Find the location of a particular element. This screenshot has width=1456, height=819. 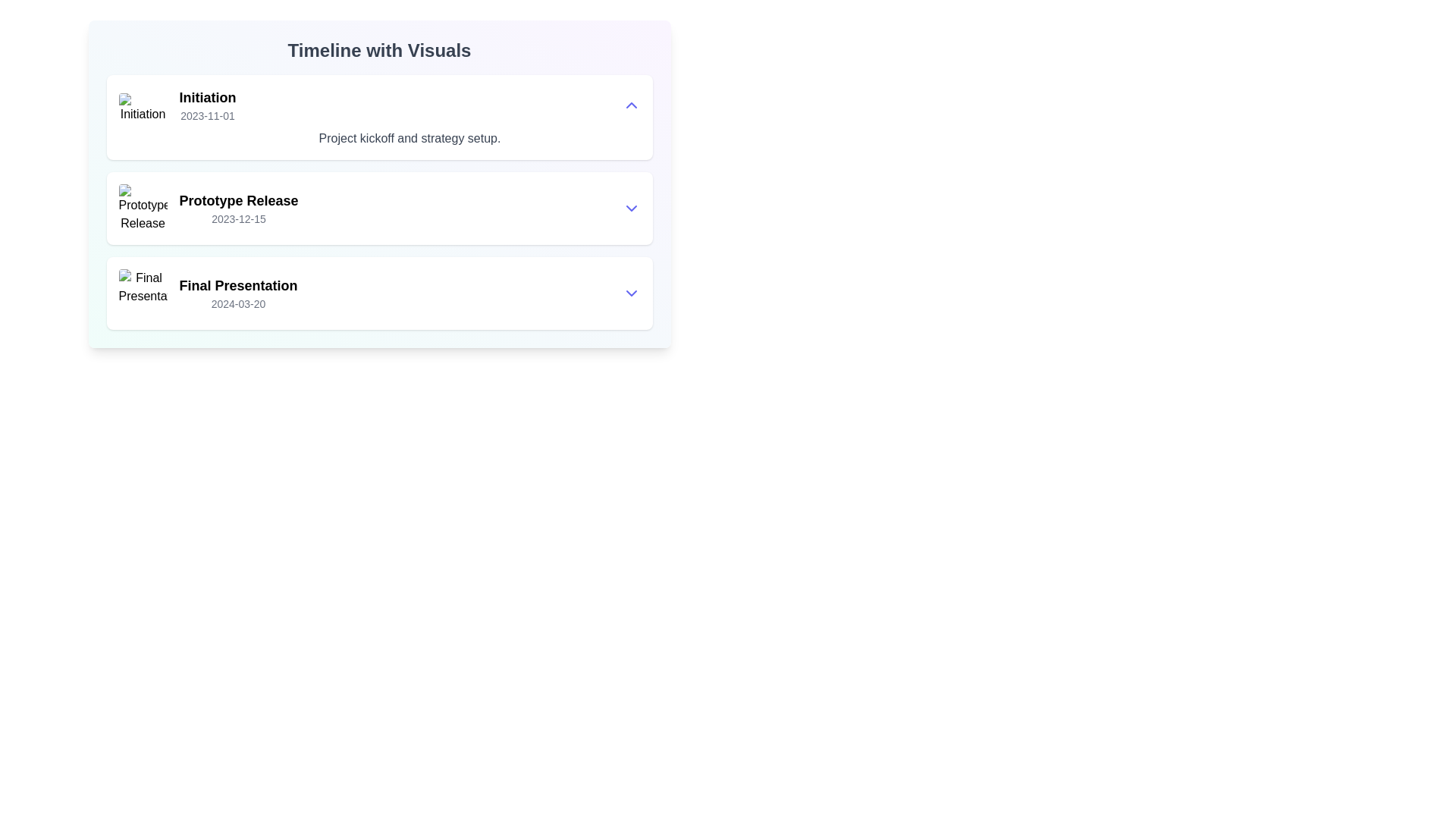

the heading text label 'Timeline with Visuals' for accessibility navigation is located at coordinates (379, 49).